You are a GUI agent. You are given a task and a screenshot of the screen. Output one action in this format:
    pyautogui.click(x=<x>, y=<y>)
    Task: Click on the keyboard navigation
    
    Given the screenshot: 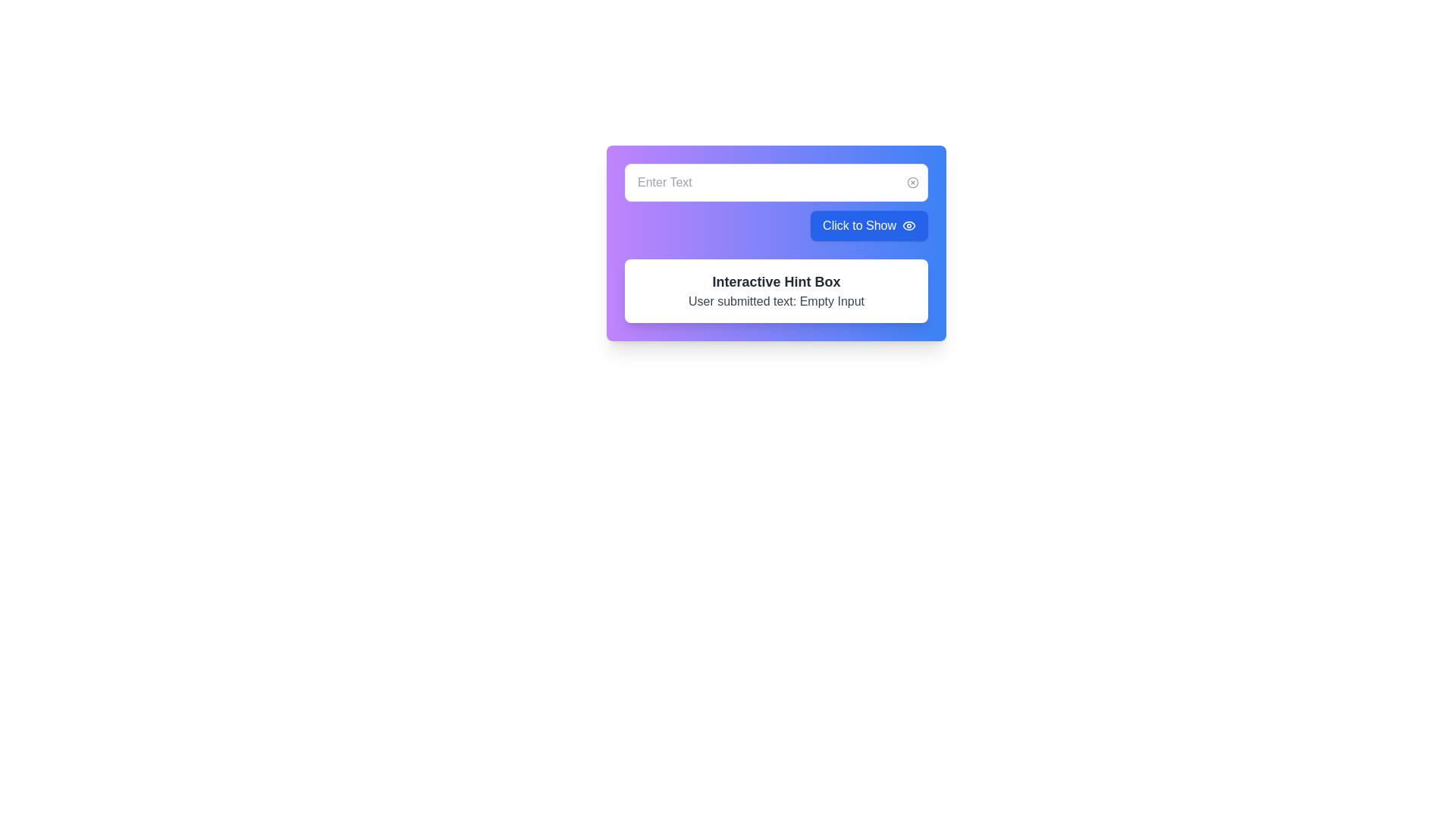 What is the action you would take?
    pyautogui.click(x=909, y=225)
    